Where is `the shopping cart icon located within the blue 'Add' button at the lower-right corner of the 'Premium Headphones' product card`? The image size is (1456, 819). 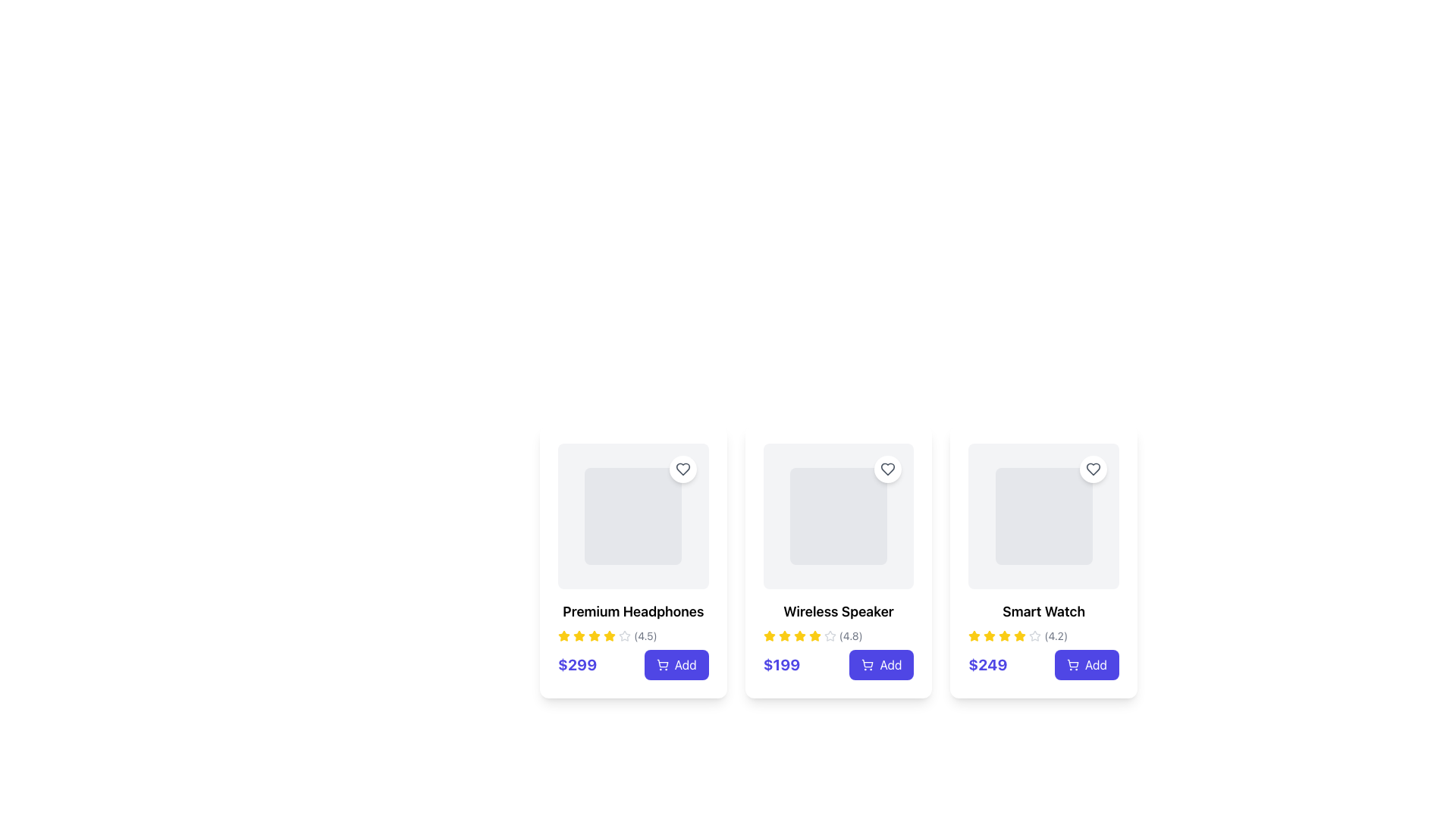
the shopping cart icon located within the blue 'Add' button at the lower-right corner of the 'Premium Headphones' product card is located at coordinates (662, 664).